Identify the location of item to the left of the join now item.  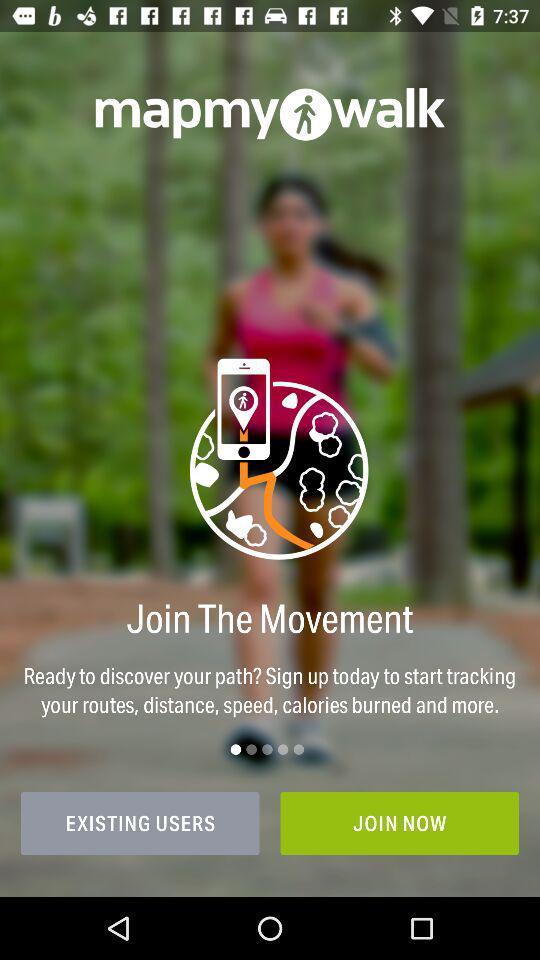
(139, 823).